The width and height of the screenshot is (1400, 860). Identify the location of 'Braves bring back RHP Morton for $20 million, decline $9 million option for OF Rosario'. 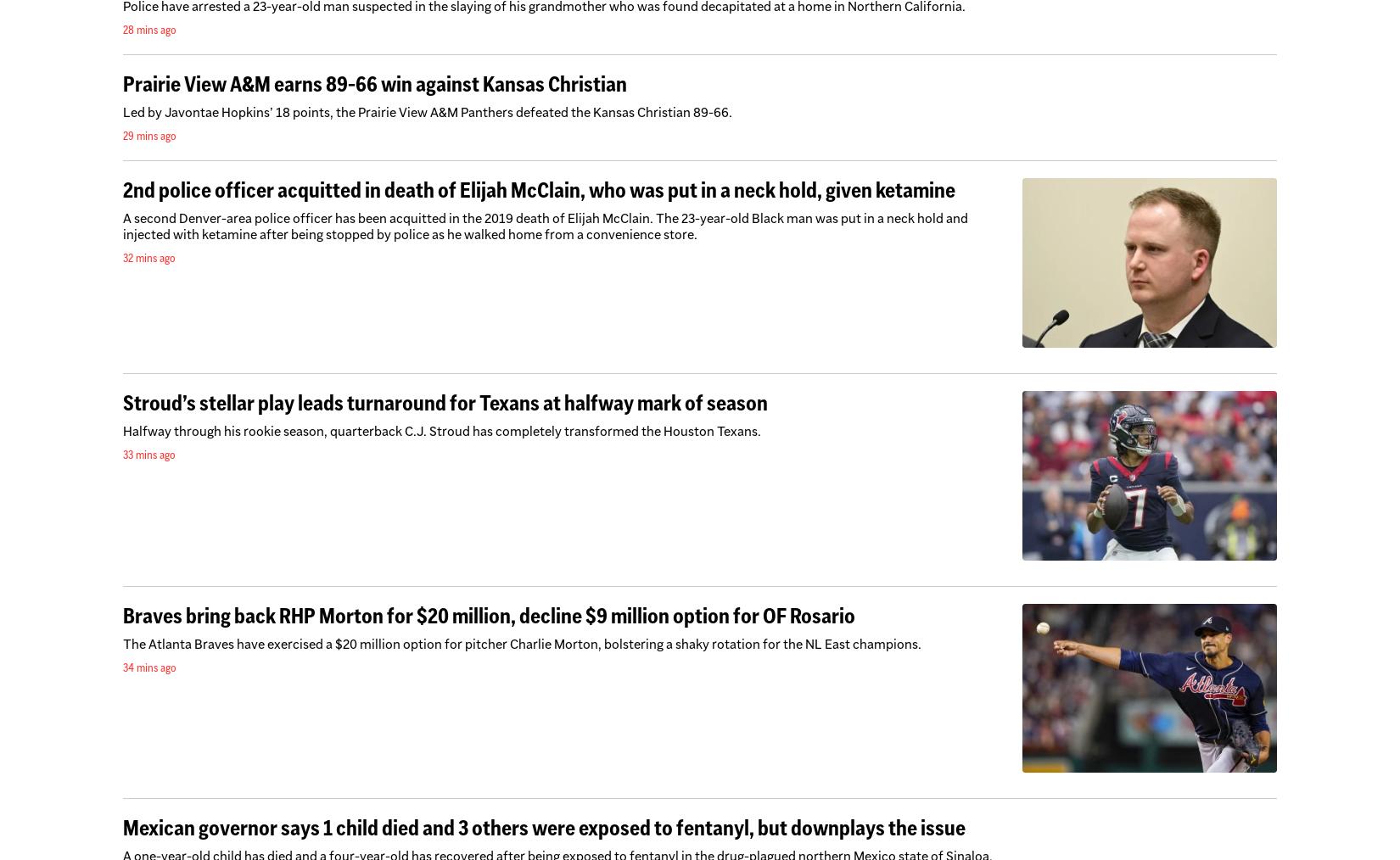
(488, 614).